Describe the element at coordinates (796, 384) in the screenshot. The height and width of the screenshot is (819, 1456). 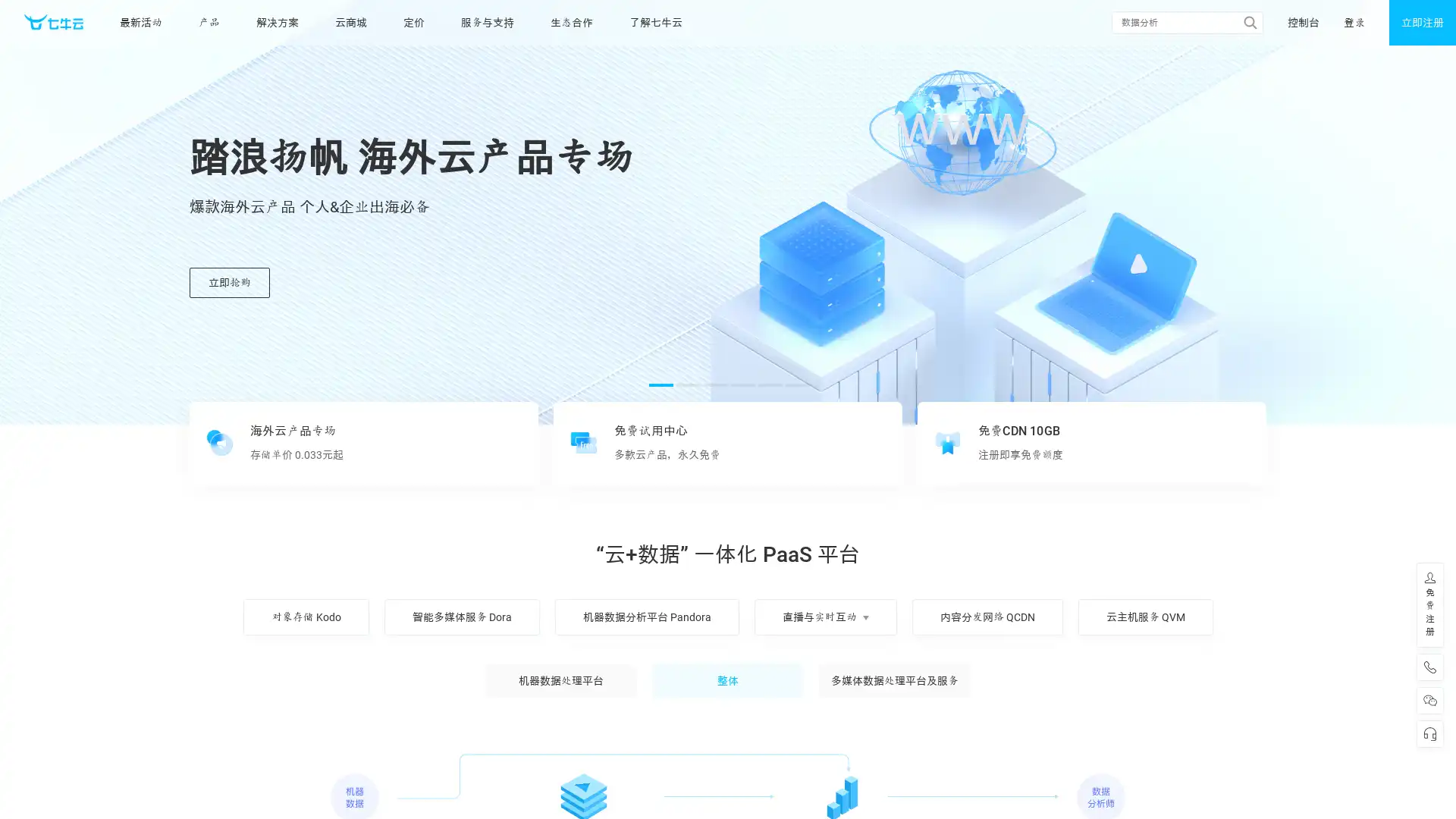
I see `6` at that location.